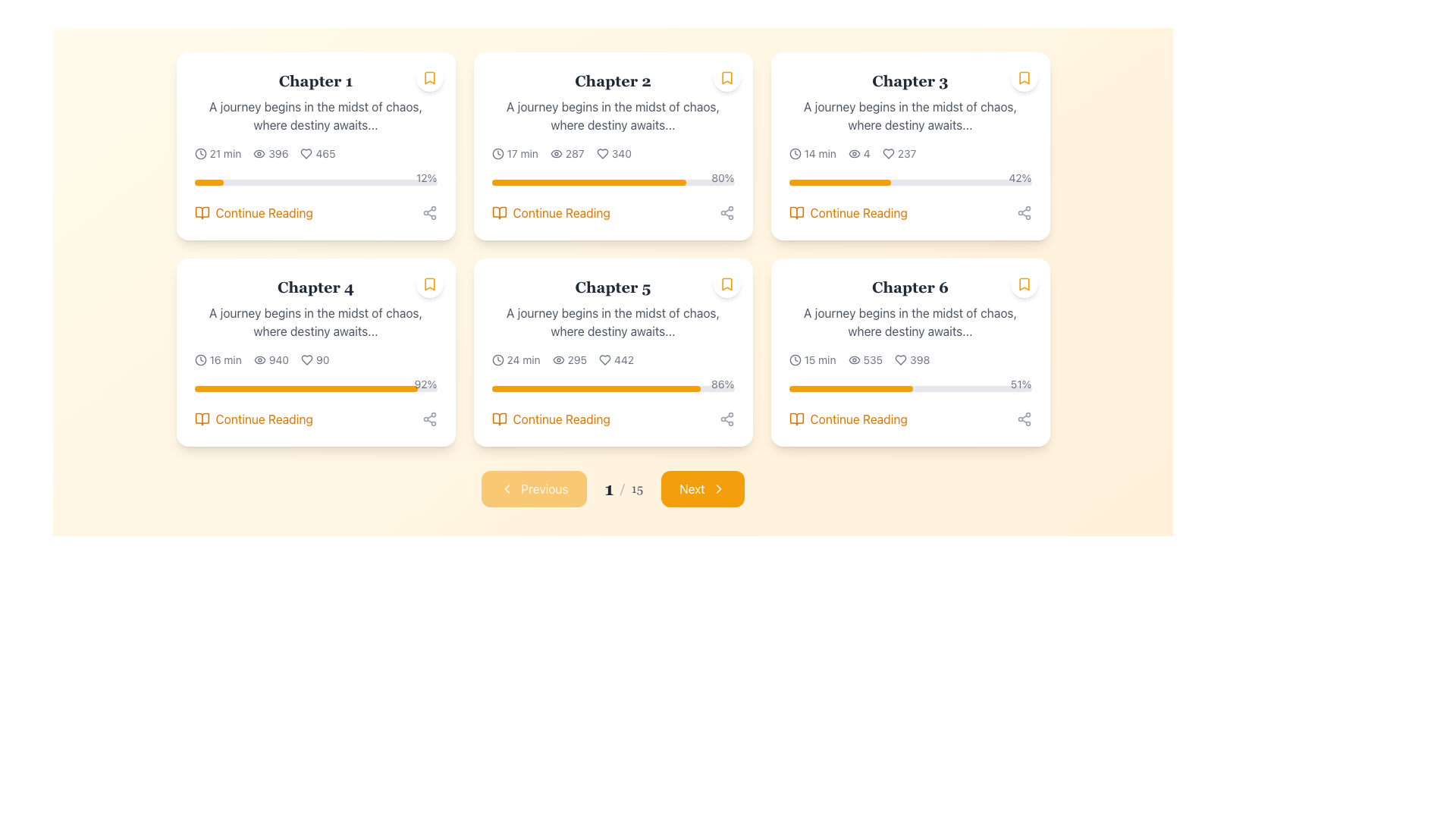  I want to click on text from the Text block summarizing Chapter 4, located as the second item in the grid of six cards, positioned below the 'Chapter 1' card and to the left of the 'Chapter 5' card, so click(315, 308).